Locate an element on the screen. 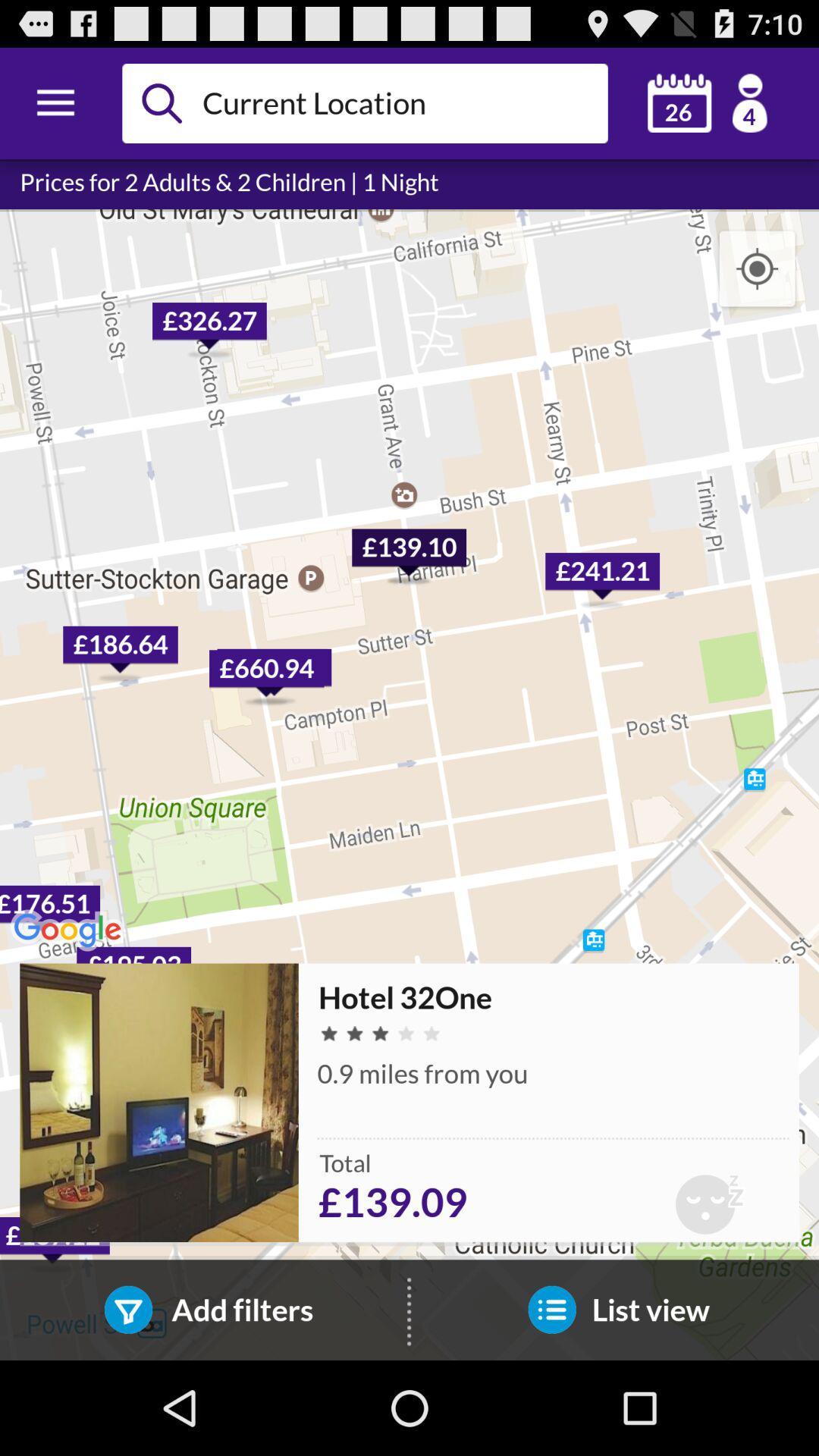  space to enter the current location is located at coordinates (398, 102).